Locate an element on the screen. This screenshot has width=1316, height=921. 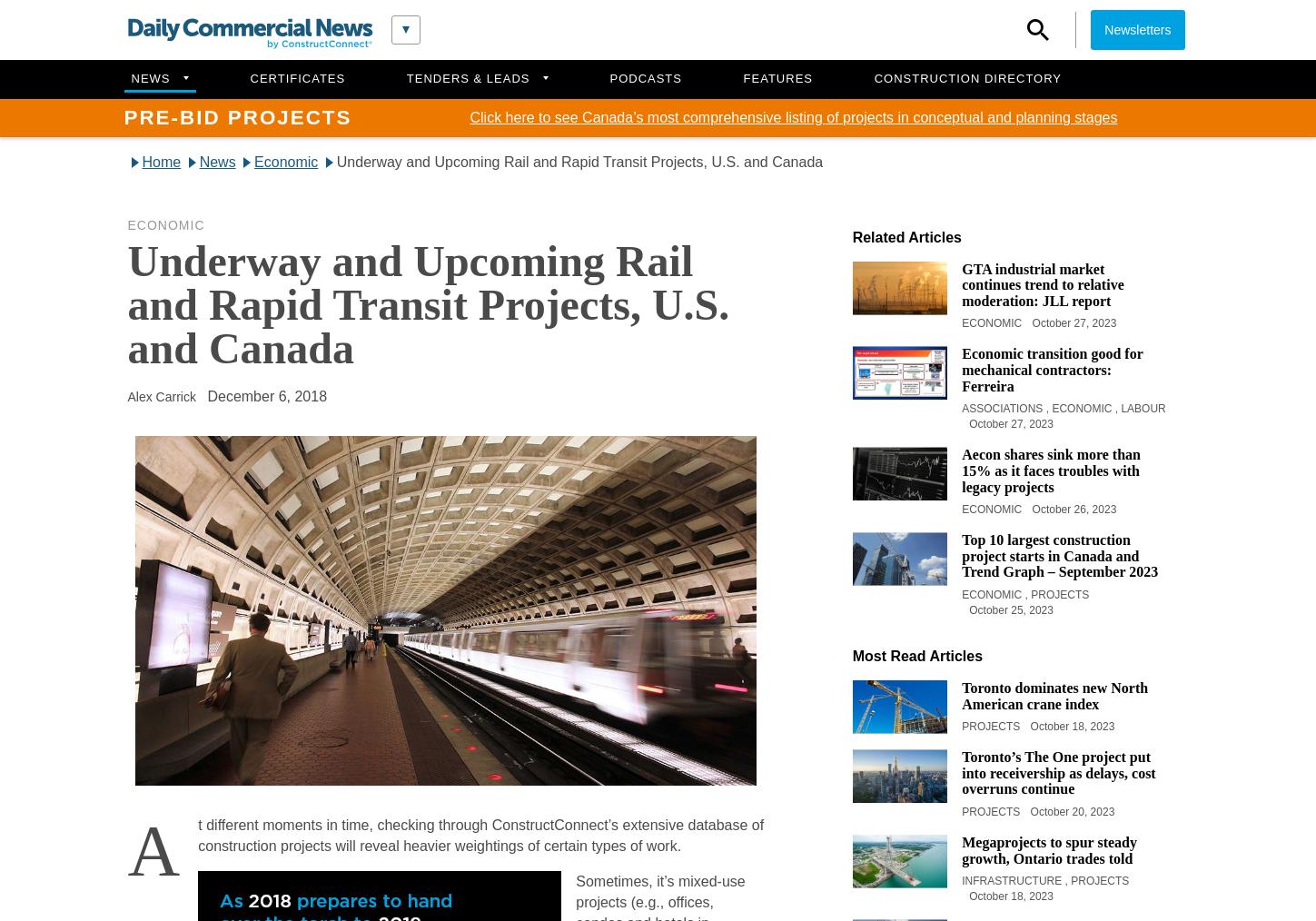
'October 25, 2023' is located at coordinates (1010, 609).